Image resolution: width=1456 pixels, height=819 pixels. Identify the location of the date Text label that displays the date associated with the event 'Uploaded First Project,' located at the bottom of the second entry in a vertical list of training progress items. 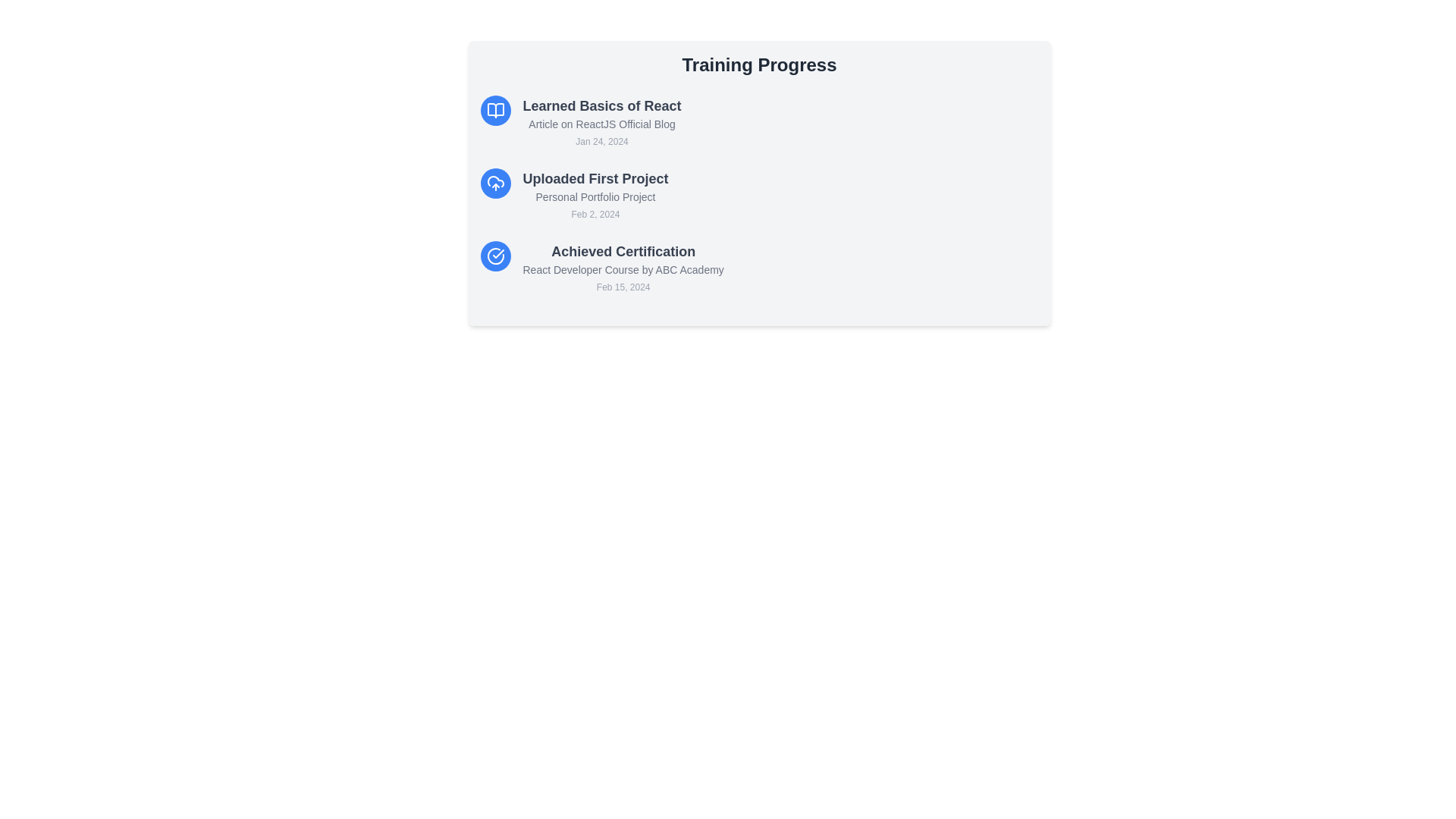
(595, 214).